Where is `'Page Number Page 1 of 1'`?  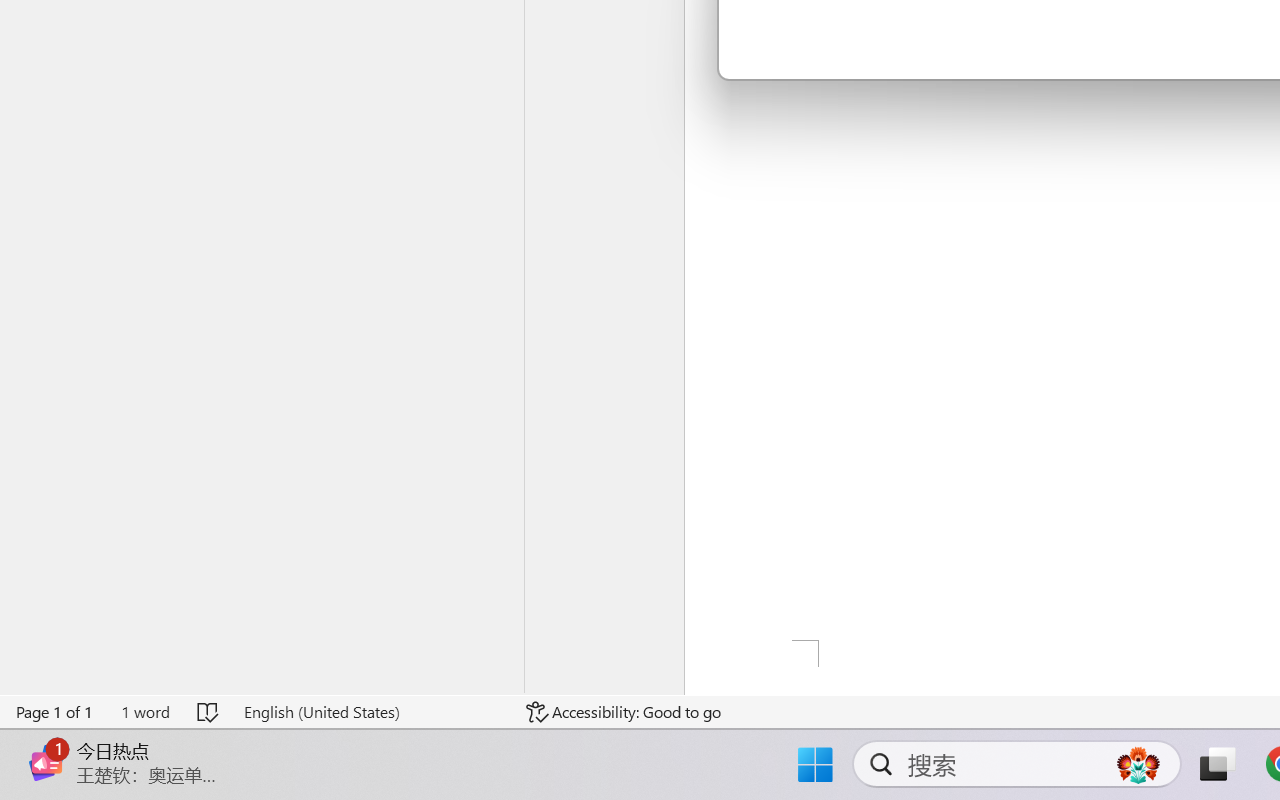
'Page Number Page 1 of 1' is located at coordinates (55, 711).